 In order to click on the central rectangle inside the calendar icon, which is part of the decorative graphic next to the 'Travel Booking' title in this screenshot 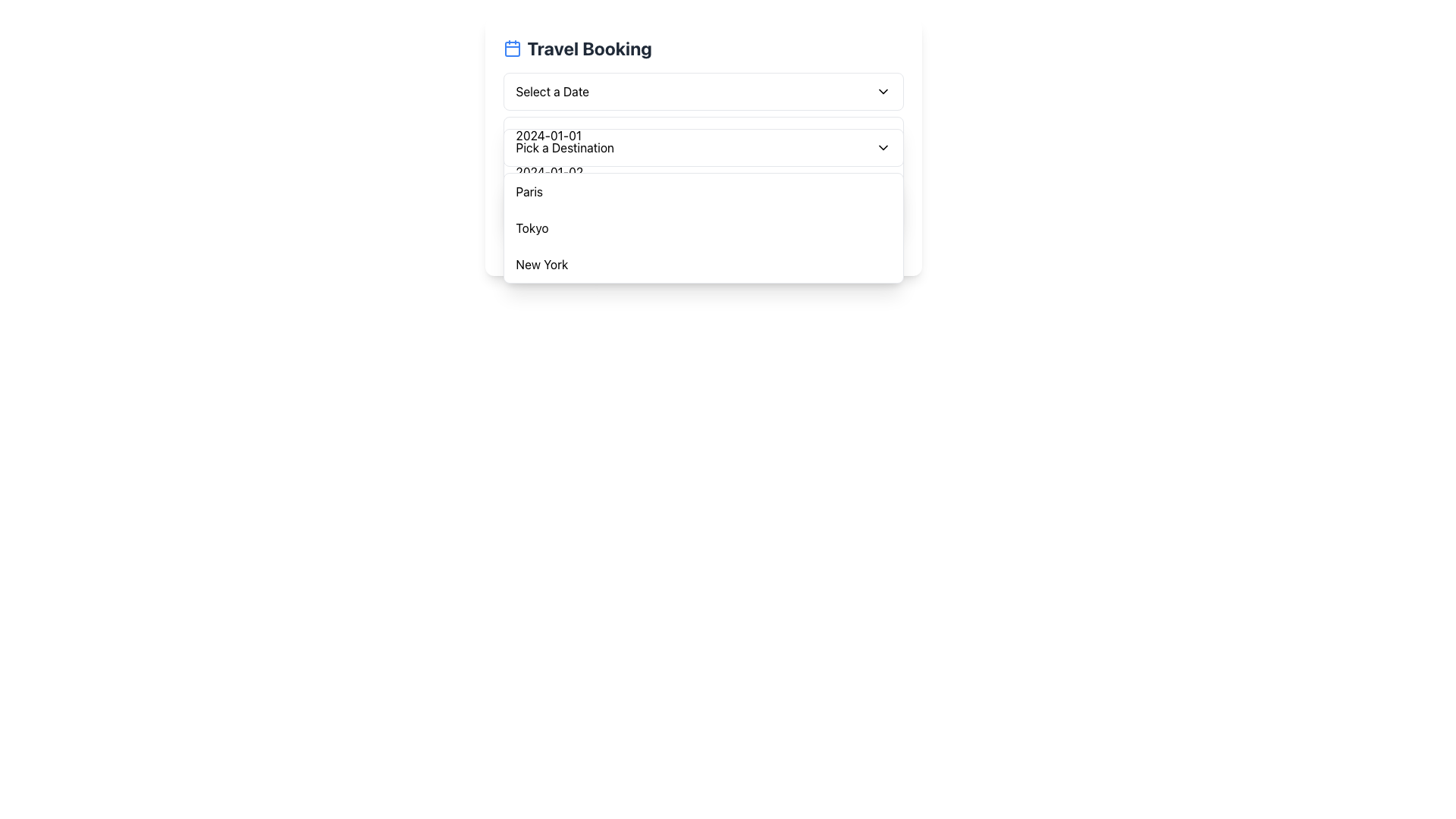, I will do `click(512, 49)`.